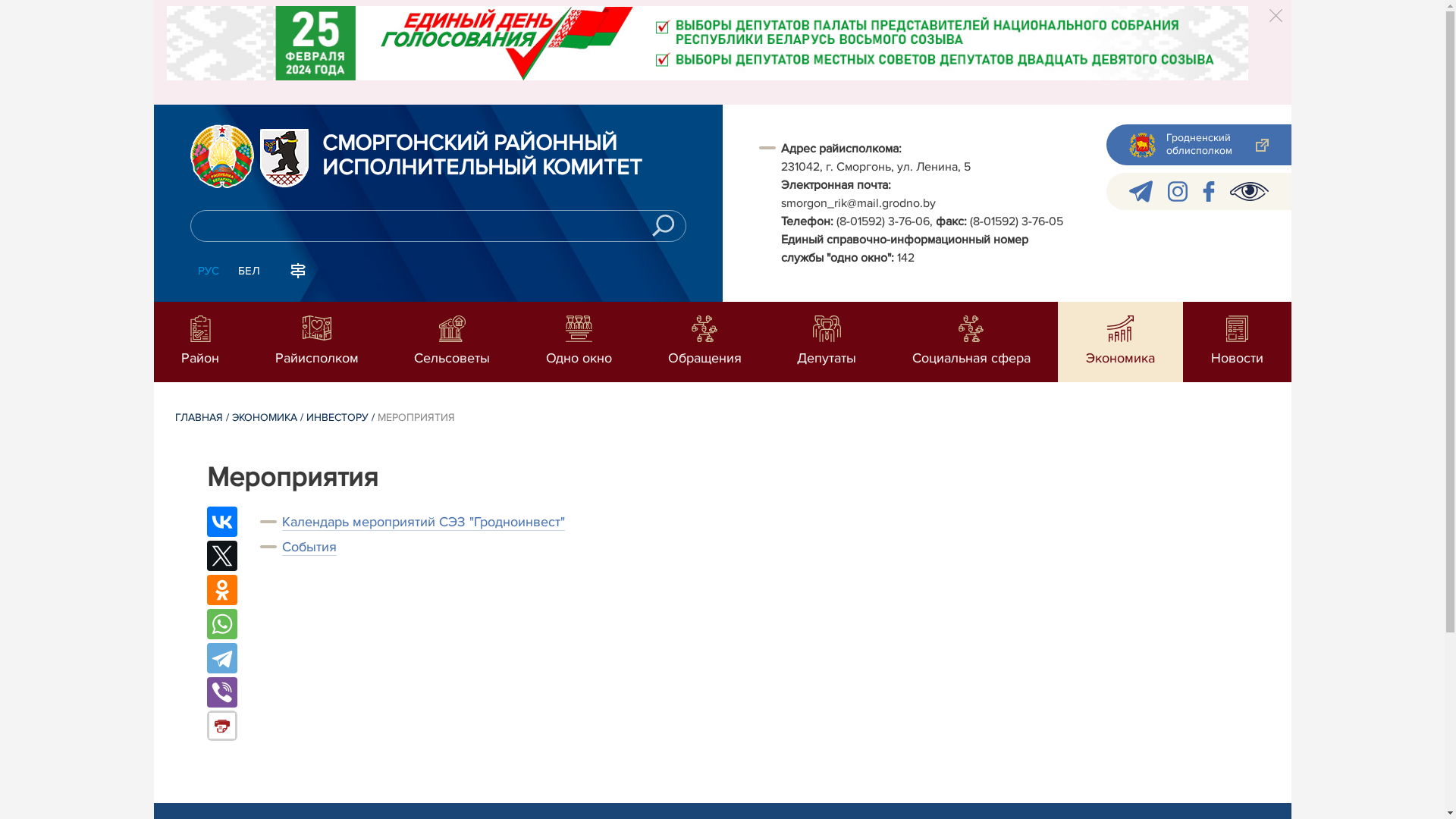 The height and width of the screenshot is (819, 1456). I want to click on 'Viber', so click(221, 692).